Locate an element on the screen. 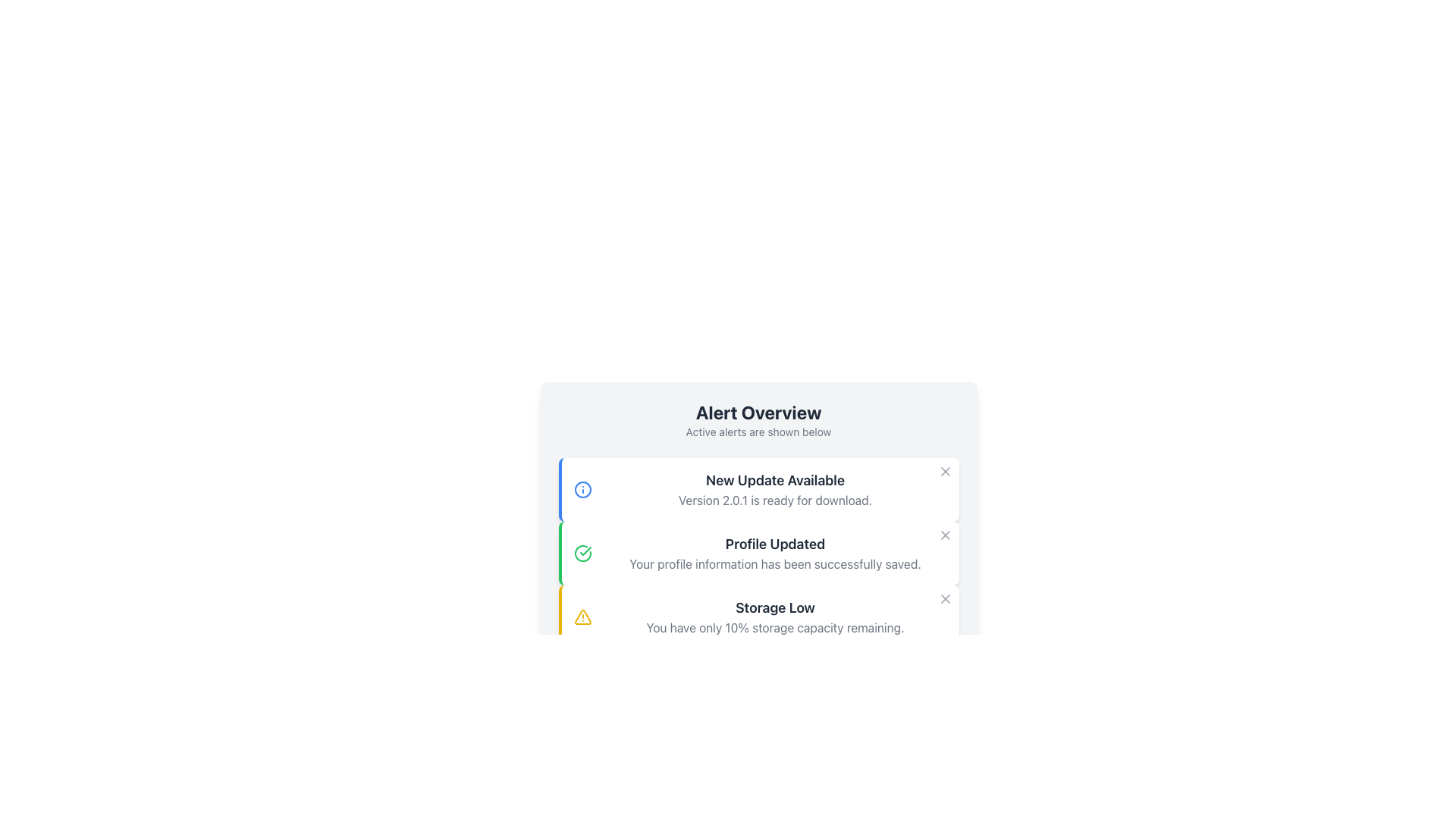 The width and height of the screenshot is (1456, 819). the third notification box, which has a light background, yellow left border, and contains a warning icon with bold text indicating a storage issue is located at coordinates (758, 617).